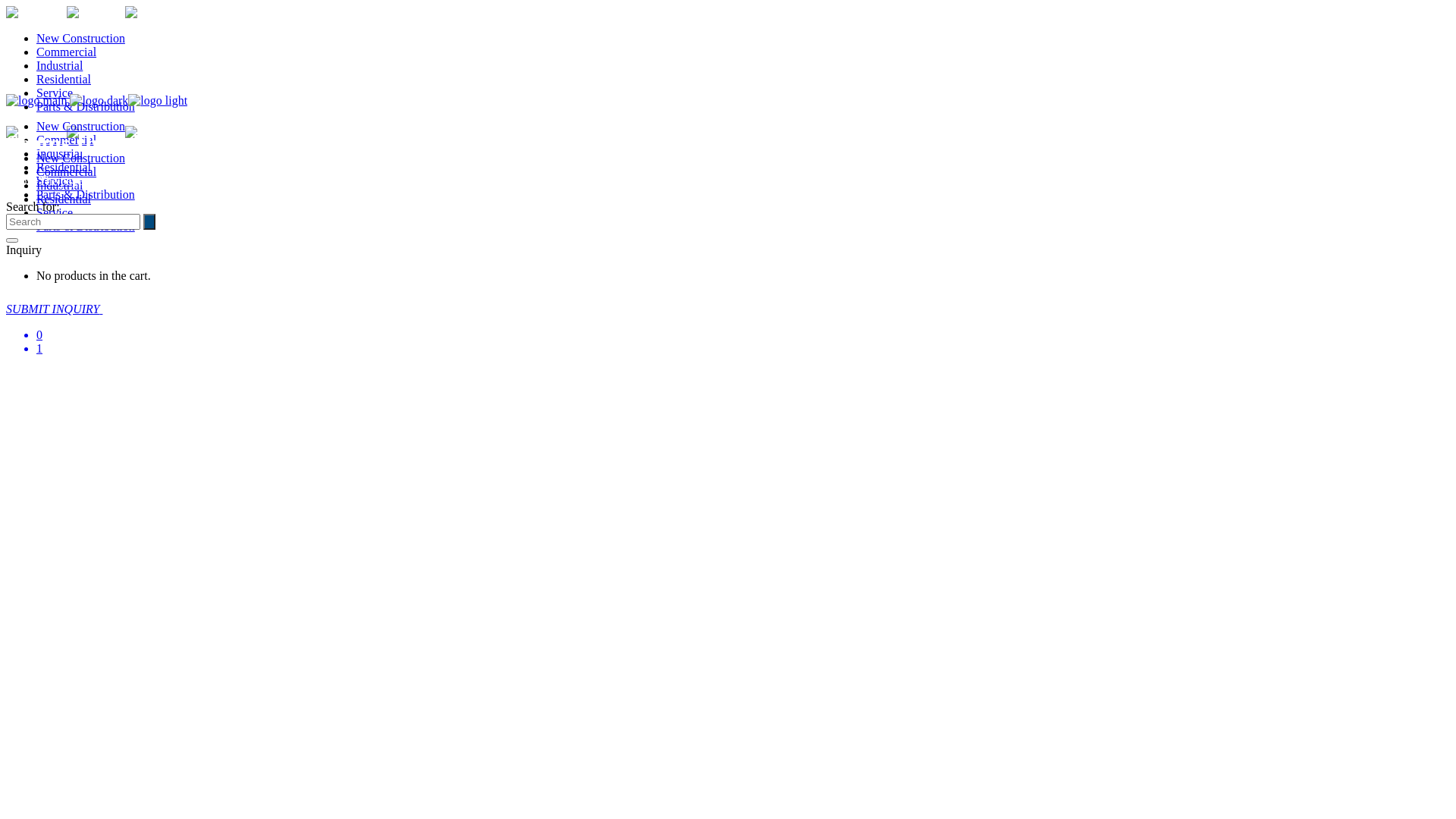 Image resolution: width=1456 pixels, height=819 pixels. I want to click on 'Industrial', so click(59, 153).